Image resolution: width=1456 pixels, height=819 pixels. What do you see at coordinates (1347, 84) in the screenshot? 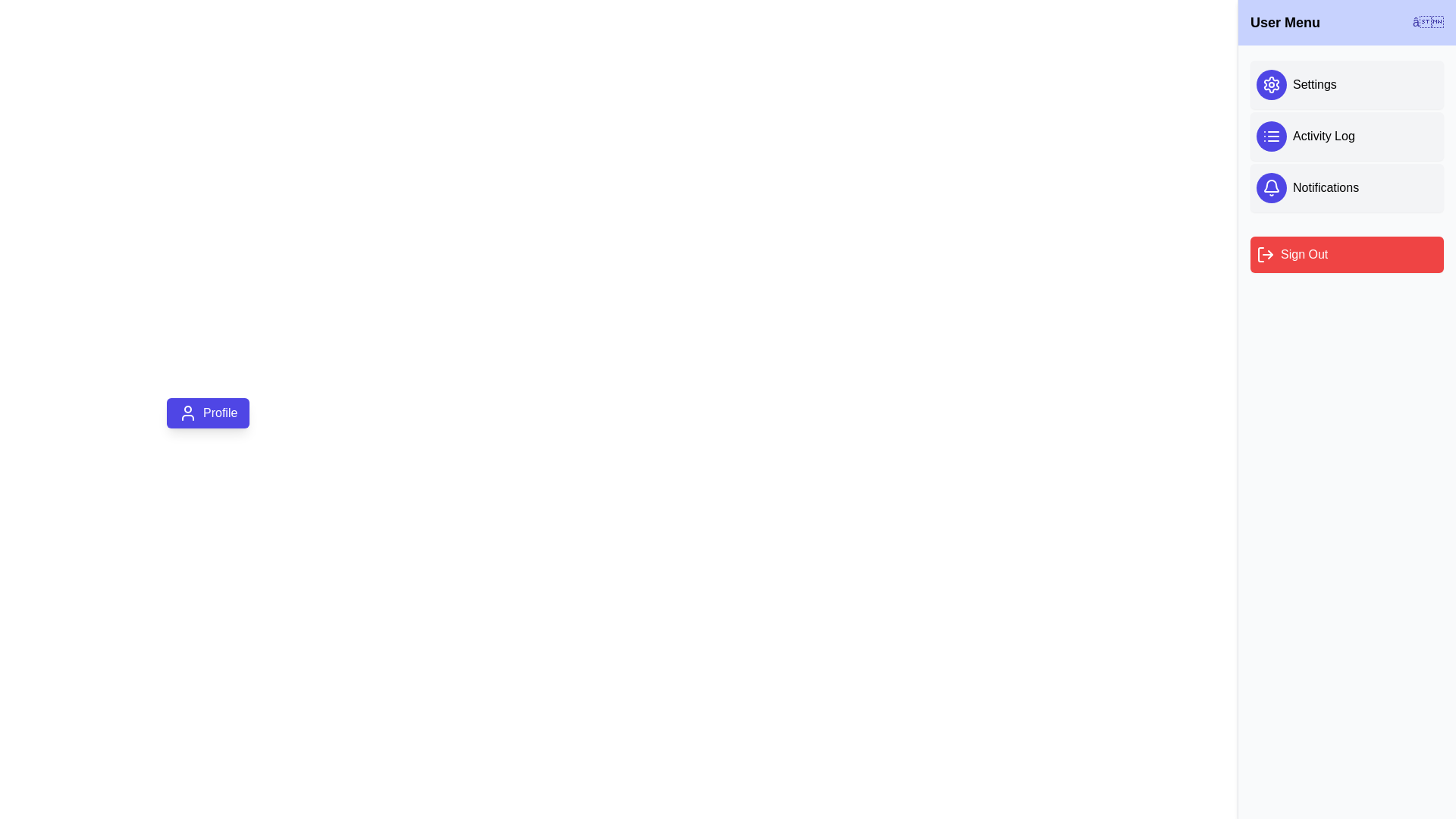
I see `the option Settings from the user menu` at bounding box center [1347, 84].